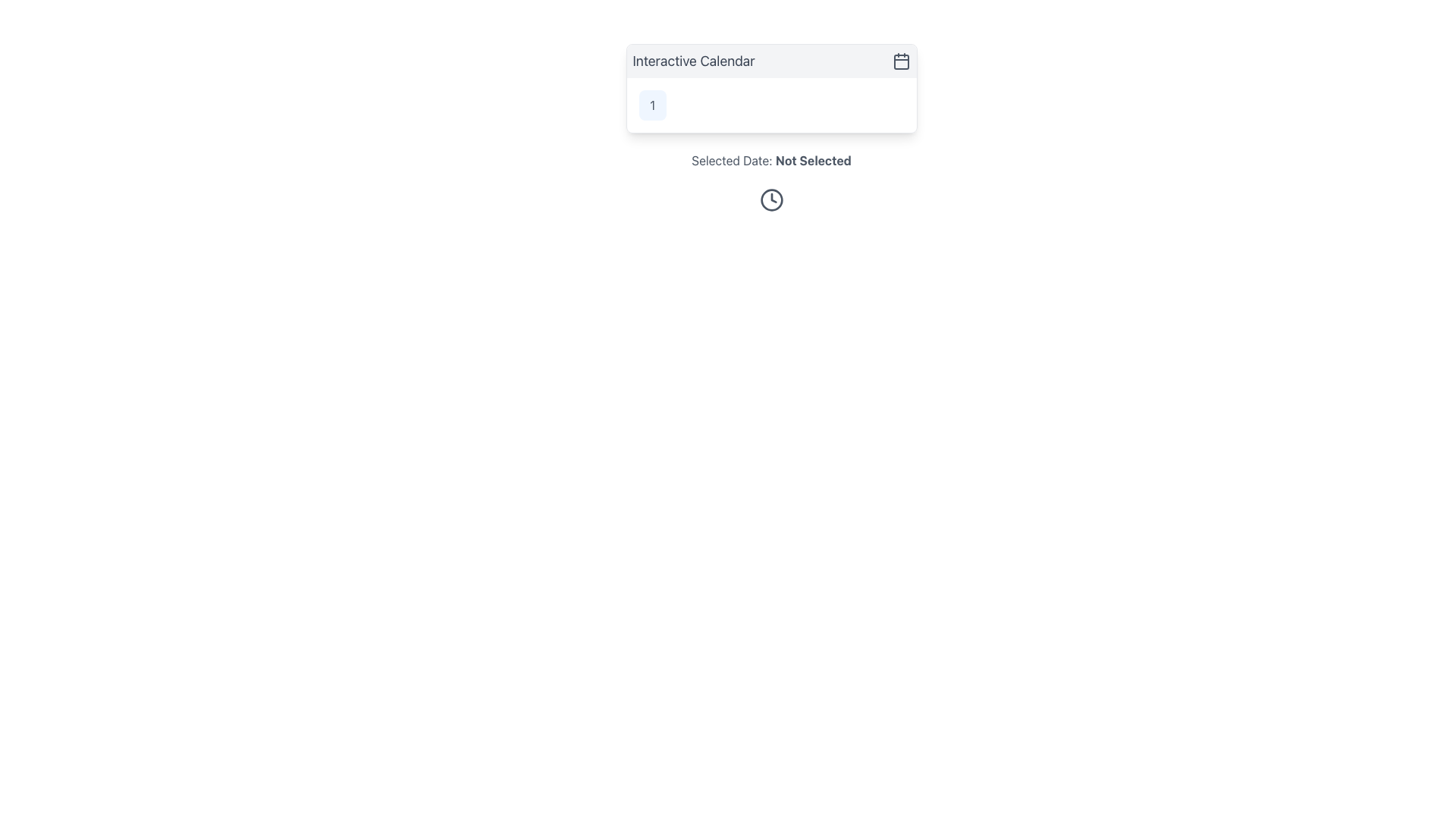  Describe the element at coordinates (652, 104) in the screenshot. I see `the first button in the grid layout of the 'Interactive Calendar'` at that location.